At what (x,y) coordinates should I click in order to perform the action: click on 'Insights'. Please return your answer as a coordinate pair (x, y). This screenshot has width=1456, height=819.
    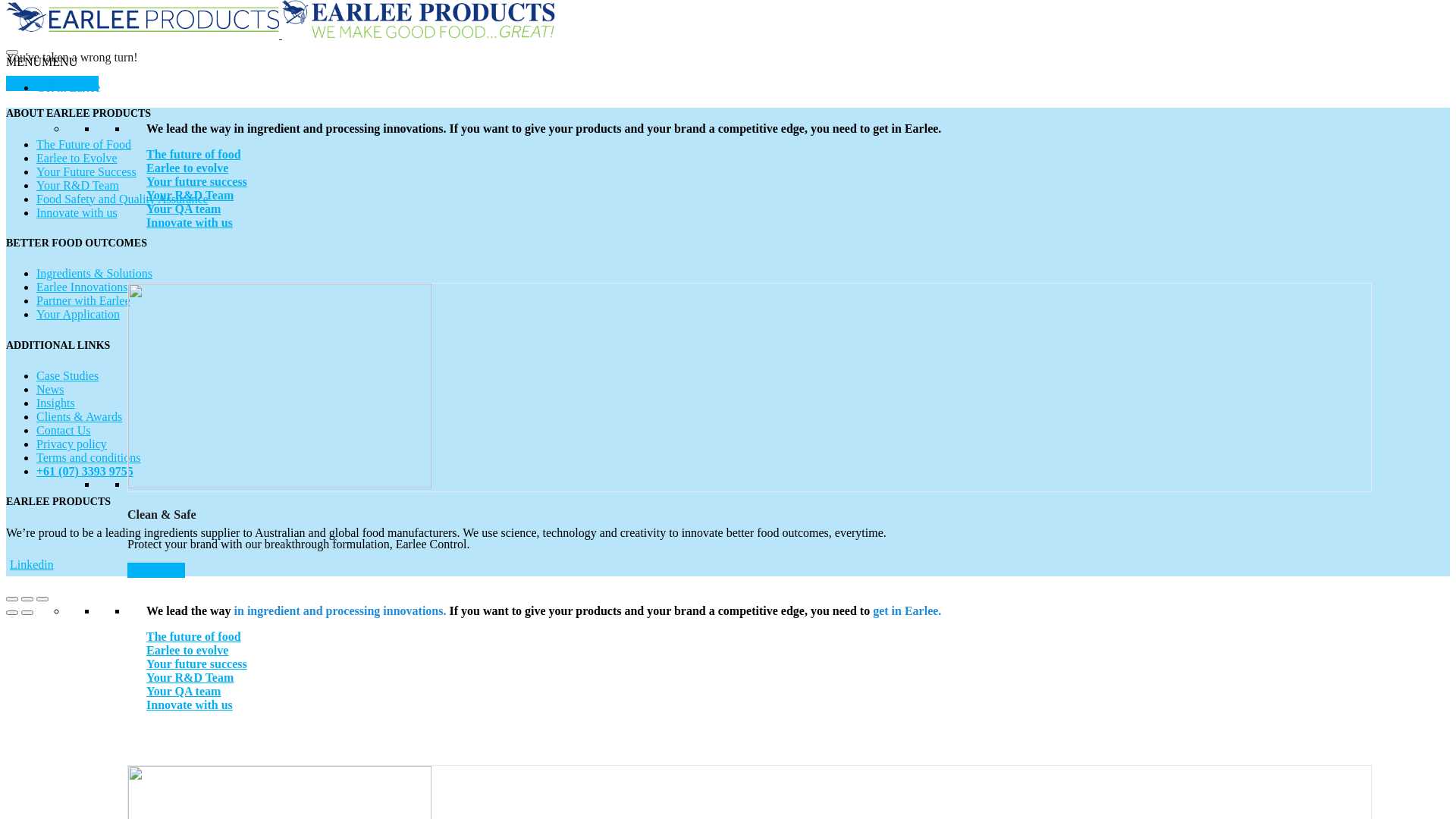
    Looking at the image, I should click on (55, 402).